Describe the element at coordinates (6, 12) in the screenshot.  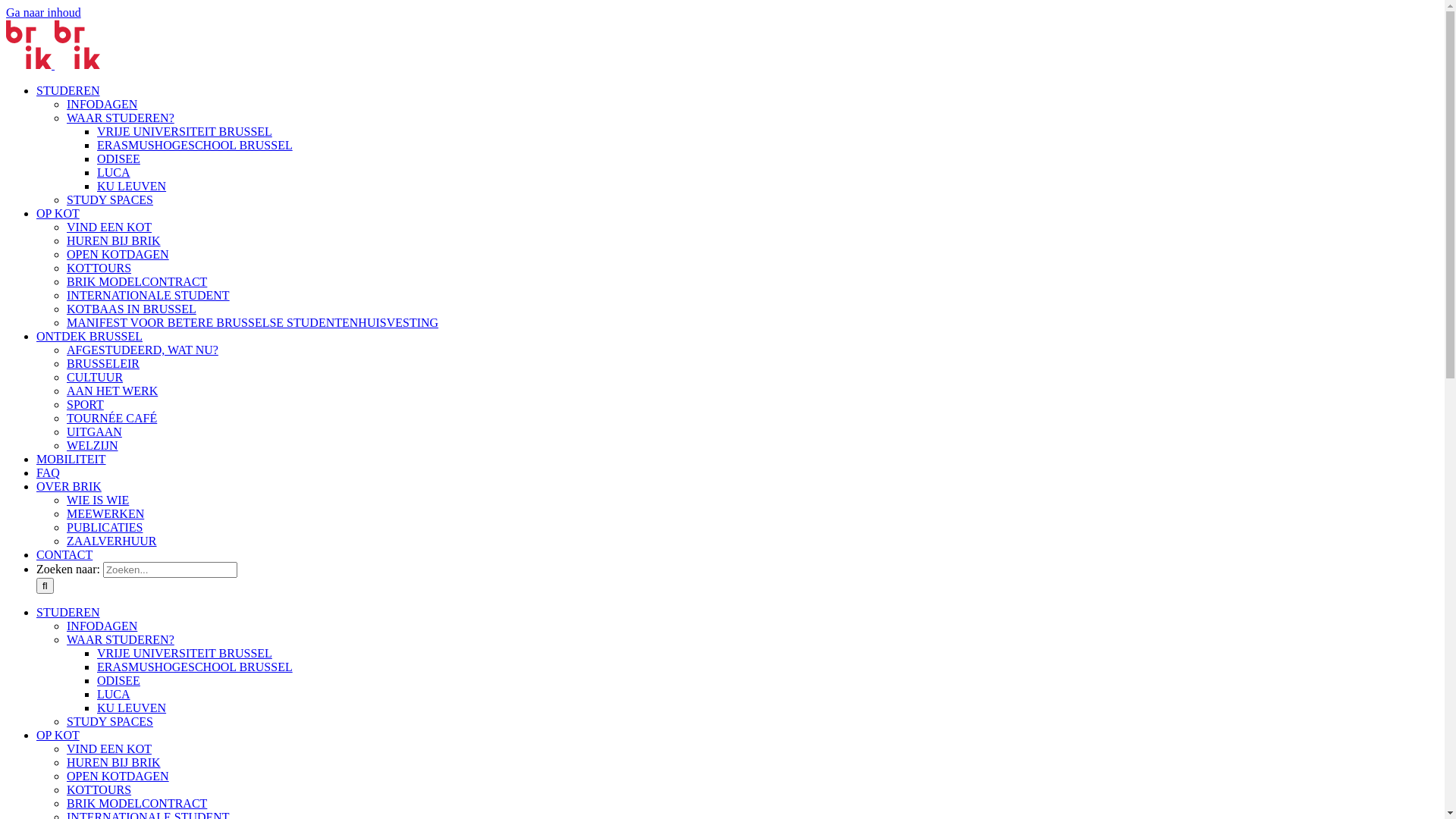
I see `'Ga naar inhoud'` at that location.